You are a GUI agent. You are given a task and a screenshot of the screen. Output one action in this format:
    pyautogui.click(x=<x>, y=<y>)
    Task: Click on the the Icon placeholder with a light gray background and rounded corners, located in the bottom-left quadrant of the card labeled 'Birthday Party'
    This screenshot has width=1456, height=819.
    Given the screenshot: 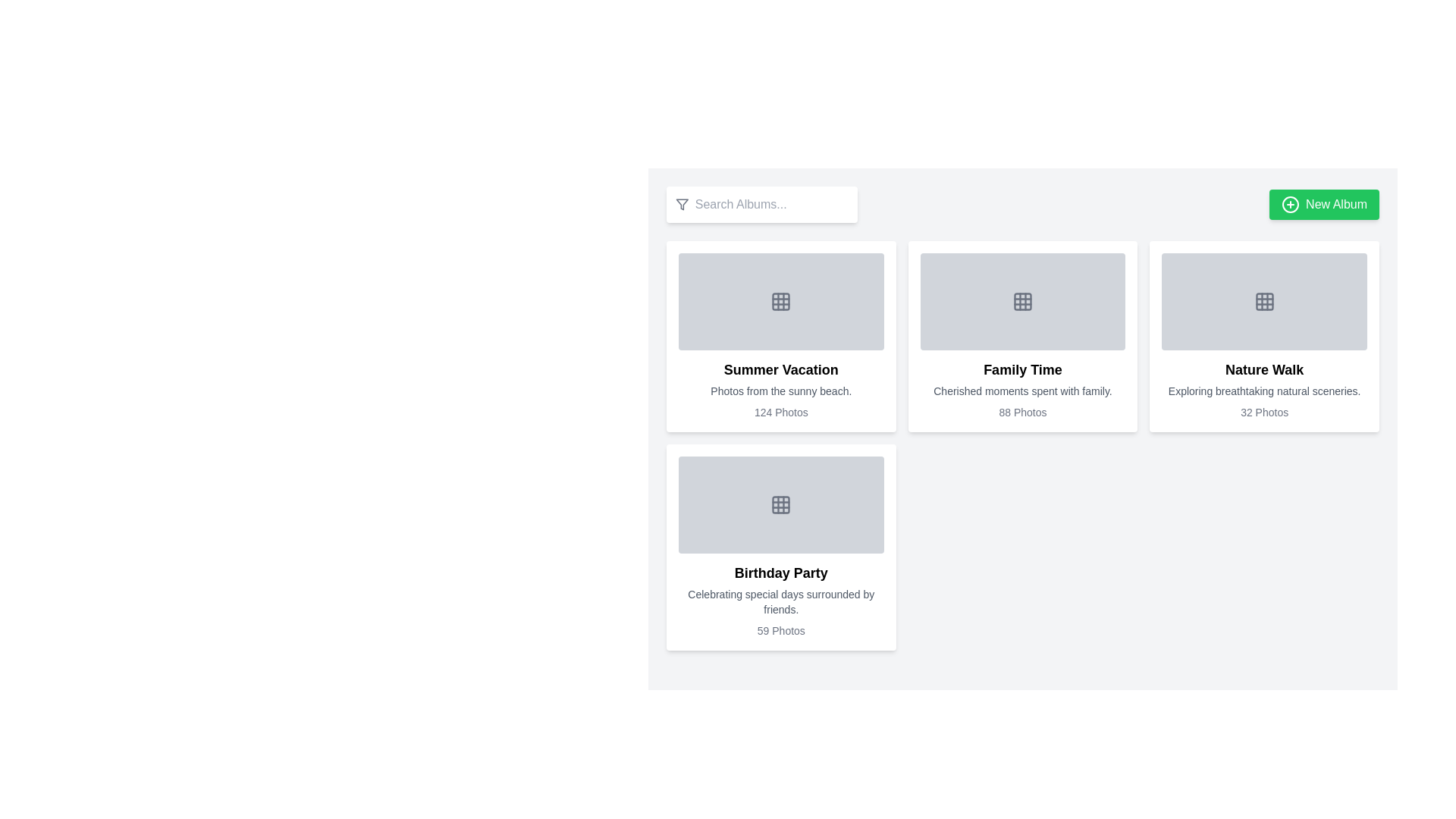 What is the action you would take?
    pyautogui.click(x=781, y=505)
    